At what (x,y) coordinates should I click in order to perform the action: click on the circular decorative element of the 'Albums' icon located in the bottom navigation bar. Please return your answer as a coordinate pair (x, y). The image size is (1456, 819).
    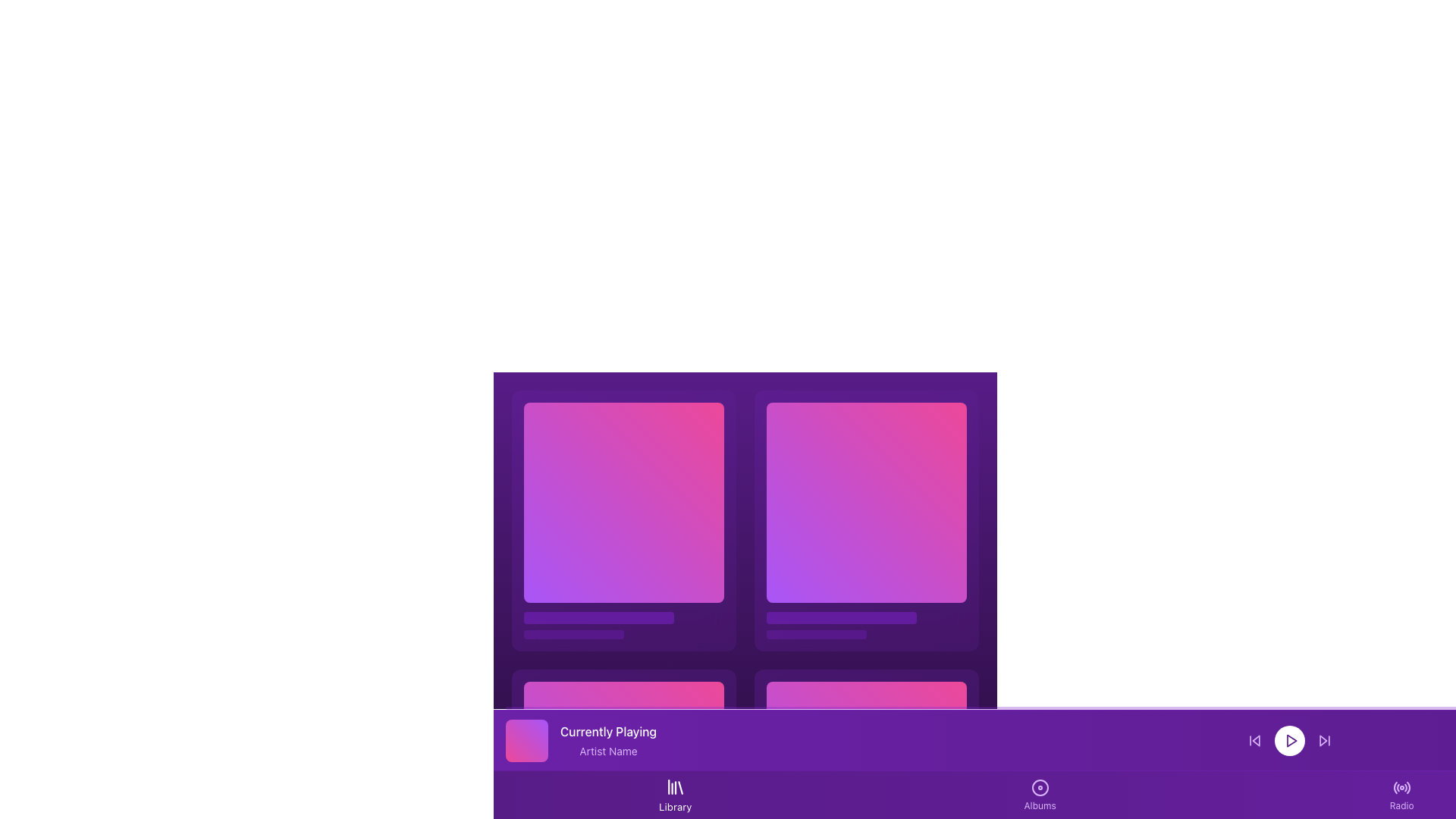
    Looking at the image, I should click on (1039, 786).